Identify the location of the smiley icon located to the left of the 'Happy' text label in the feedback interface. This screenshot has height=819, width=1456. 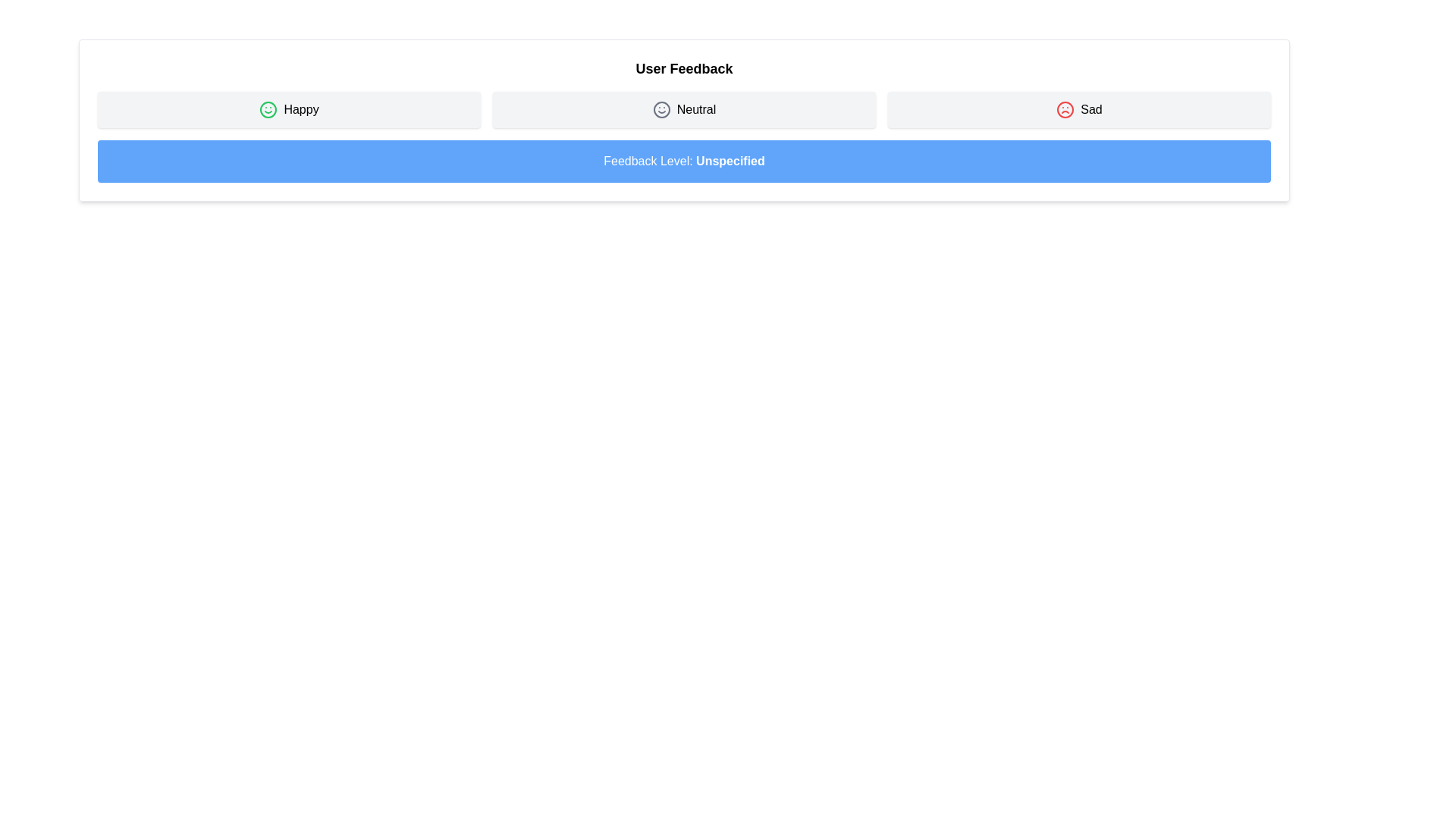
(268, 109).